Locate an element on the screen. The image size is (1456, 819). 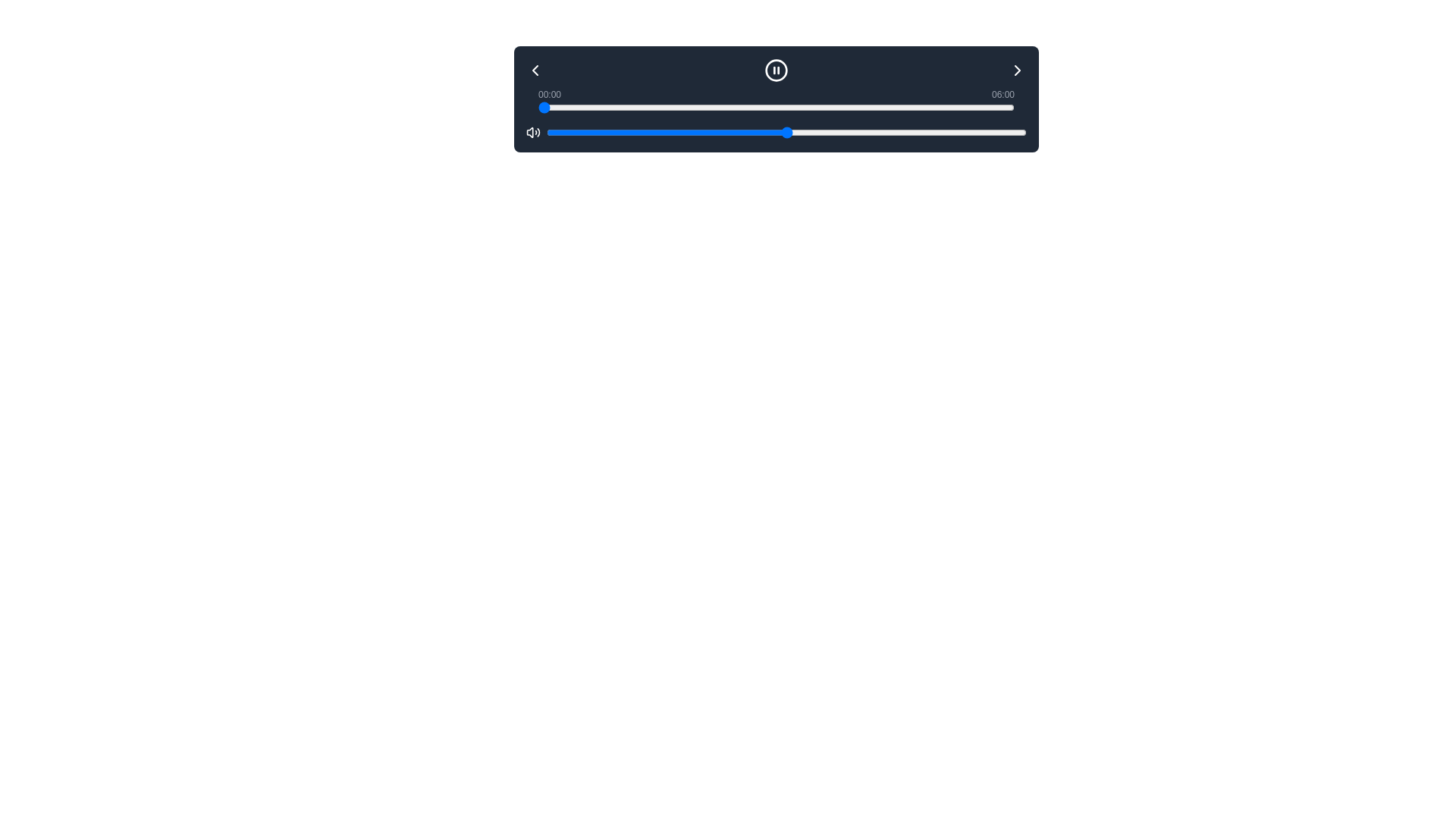
the playback time label in the media player, which displays the current time and is positioned to the far-left of the control panel above the progress bar is located at coordinates (548, 94).